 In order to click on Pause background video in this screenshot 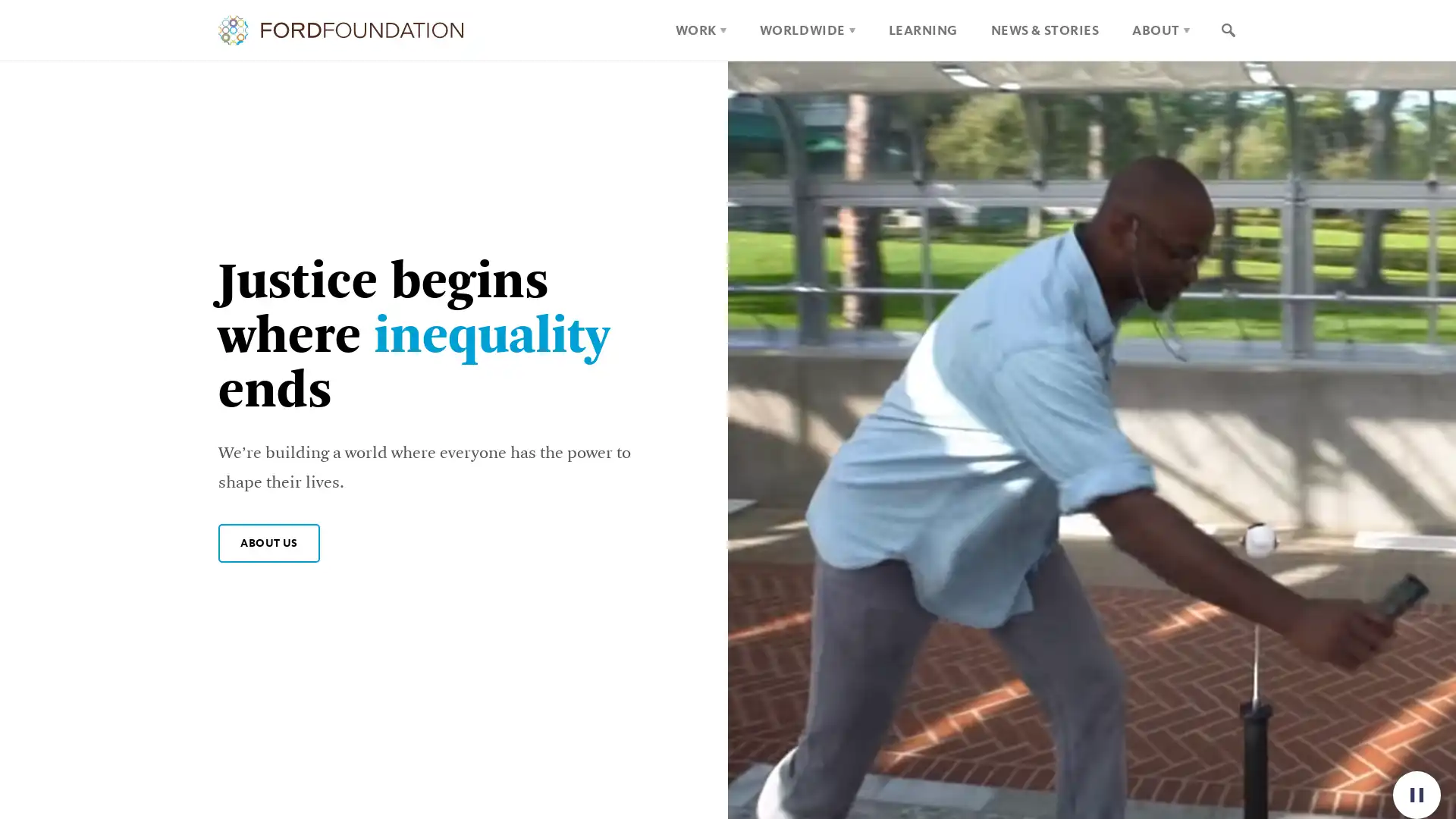, I will do `click(1423, 786)`.